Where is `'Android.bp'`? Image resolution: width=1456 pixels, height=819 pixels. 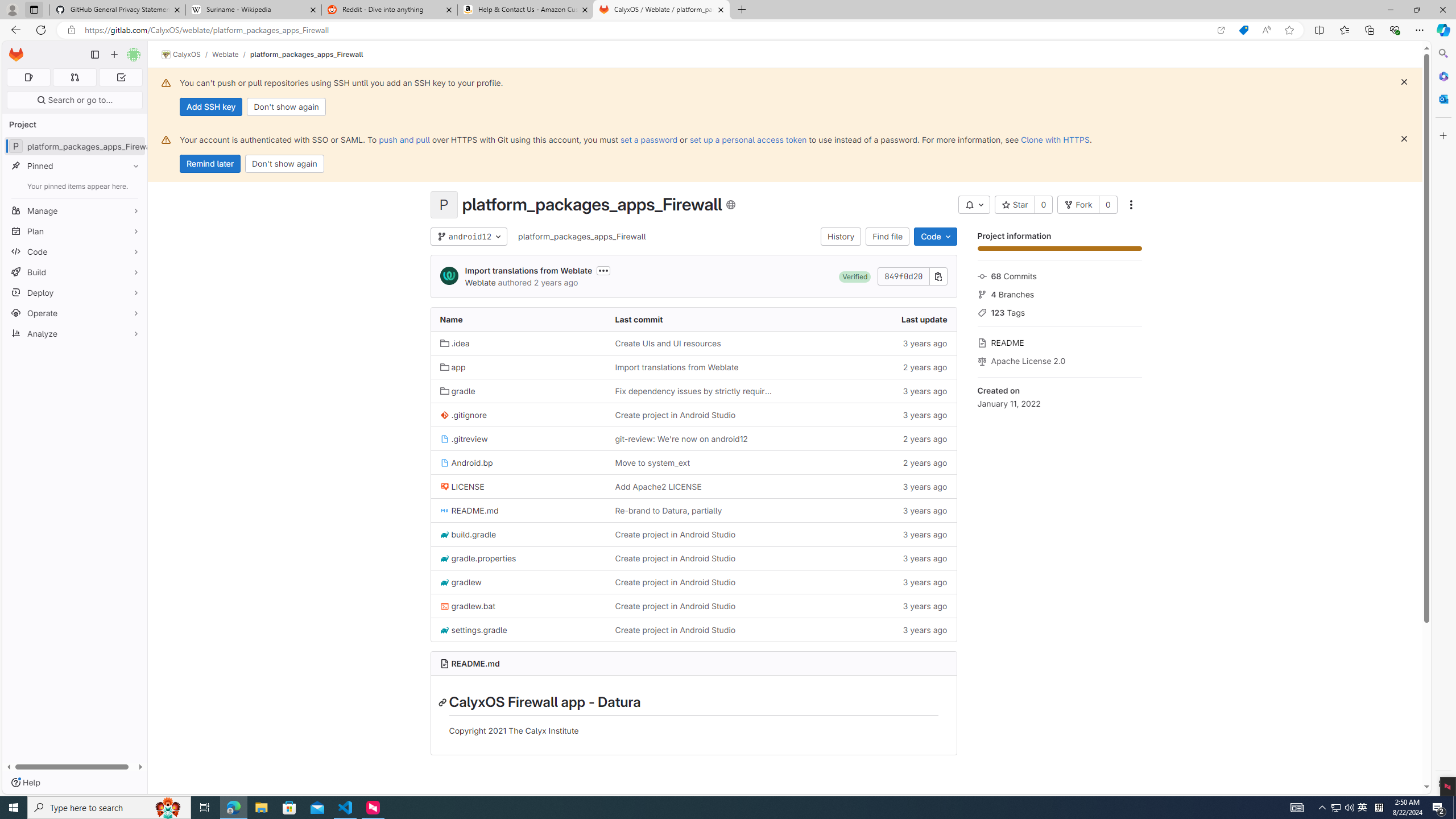 'Android.bp' is located at coordinates (466, 462).